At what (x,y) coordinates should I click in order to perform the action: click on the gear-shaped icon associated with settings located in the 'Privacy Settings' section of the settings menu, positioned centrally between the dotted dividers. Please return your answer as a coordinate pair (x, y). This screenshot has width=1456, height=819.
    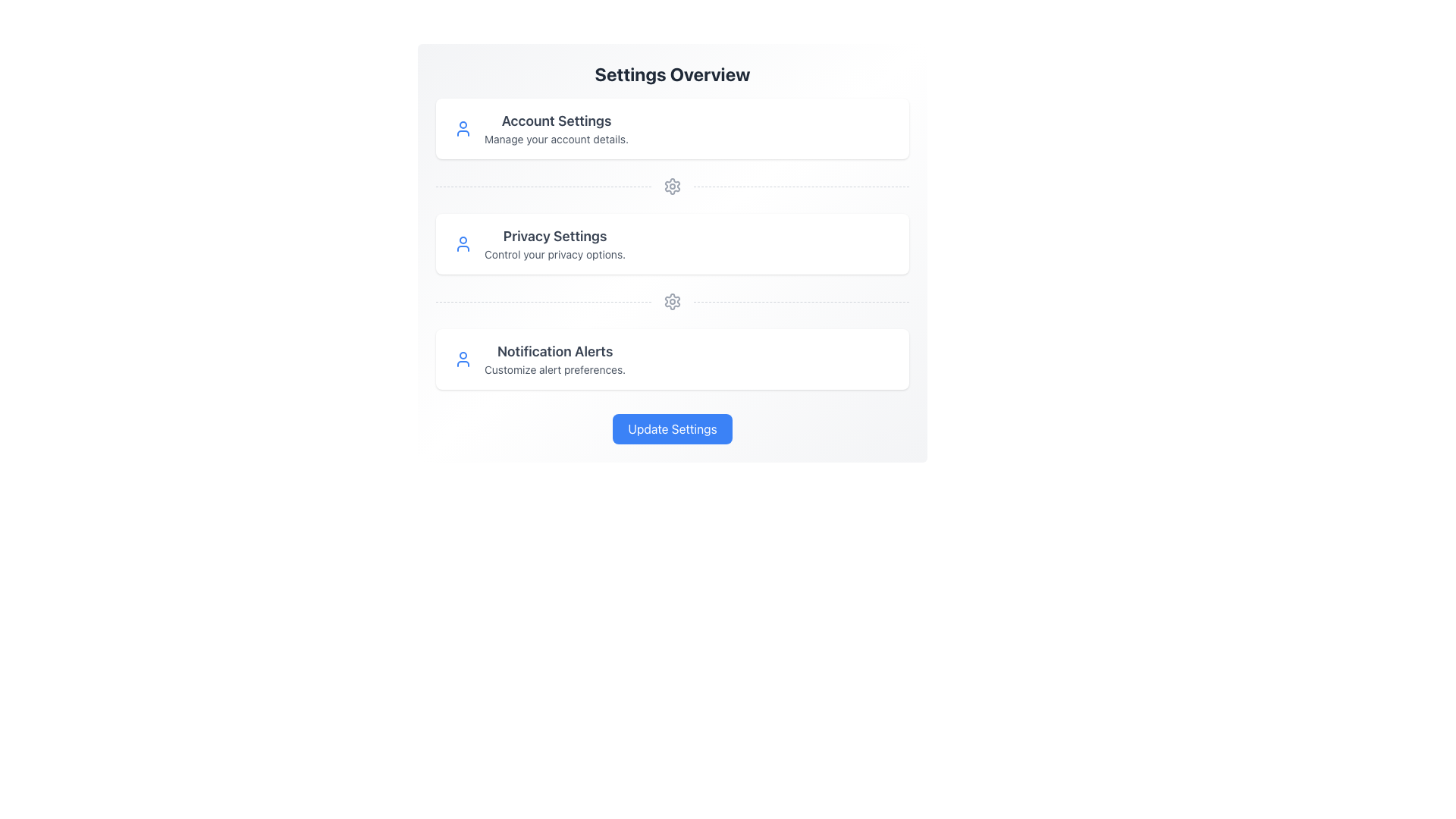
    Looking at the image, I should click on (672, 301).